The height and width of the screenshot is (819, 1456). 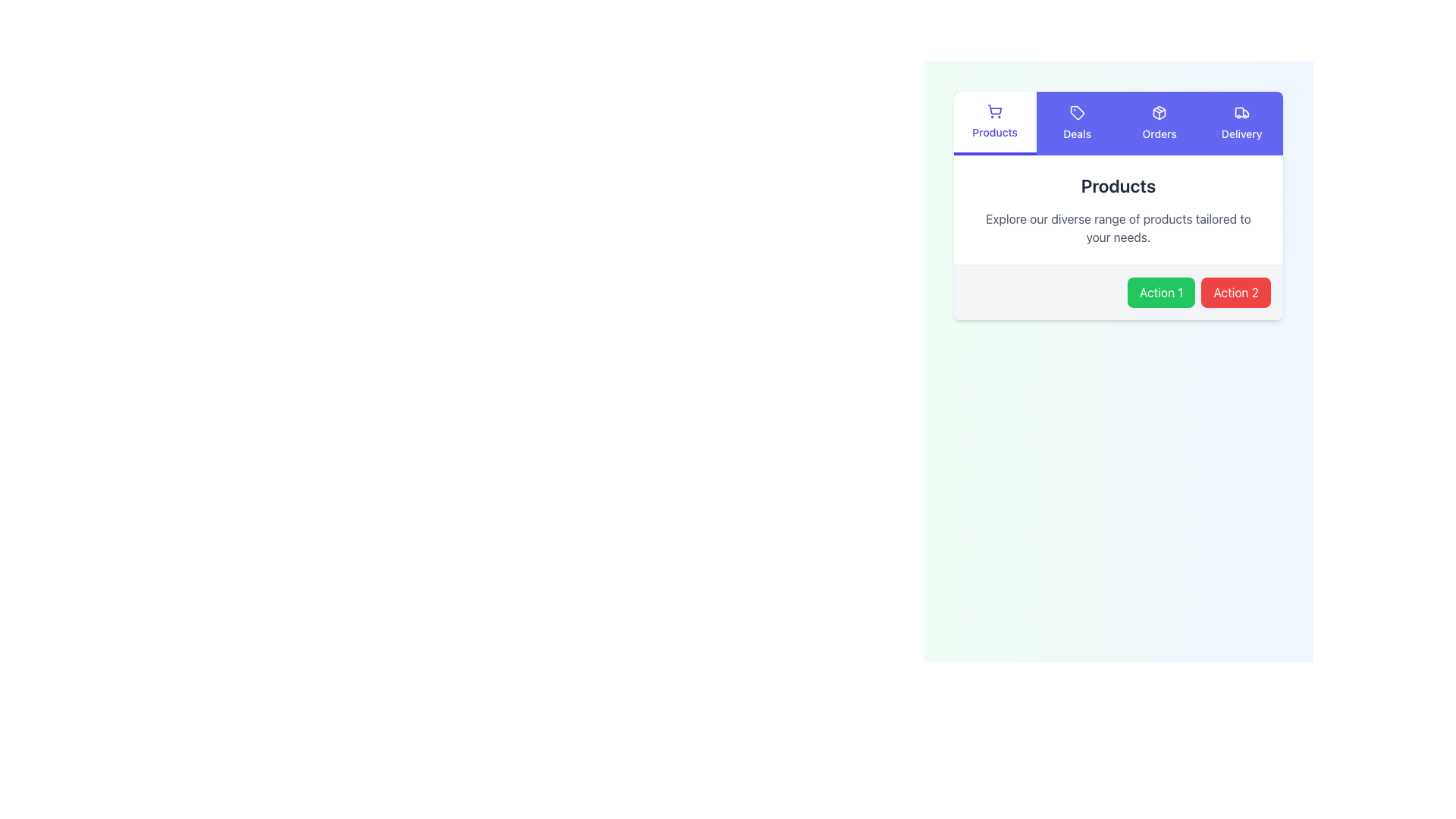 I want to click on the Navigation button with a truck icon and 'Delivery' text, so click(x=1241, y=122).